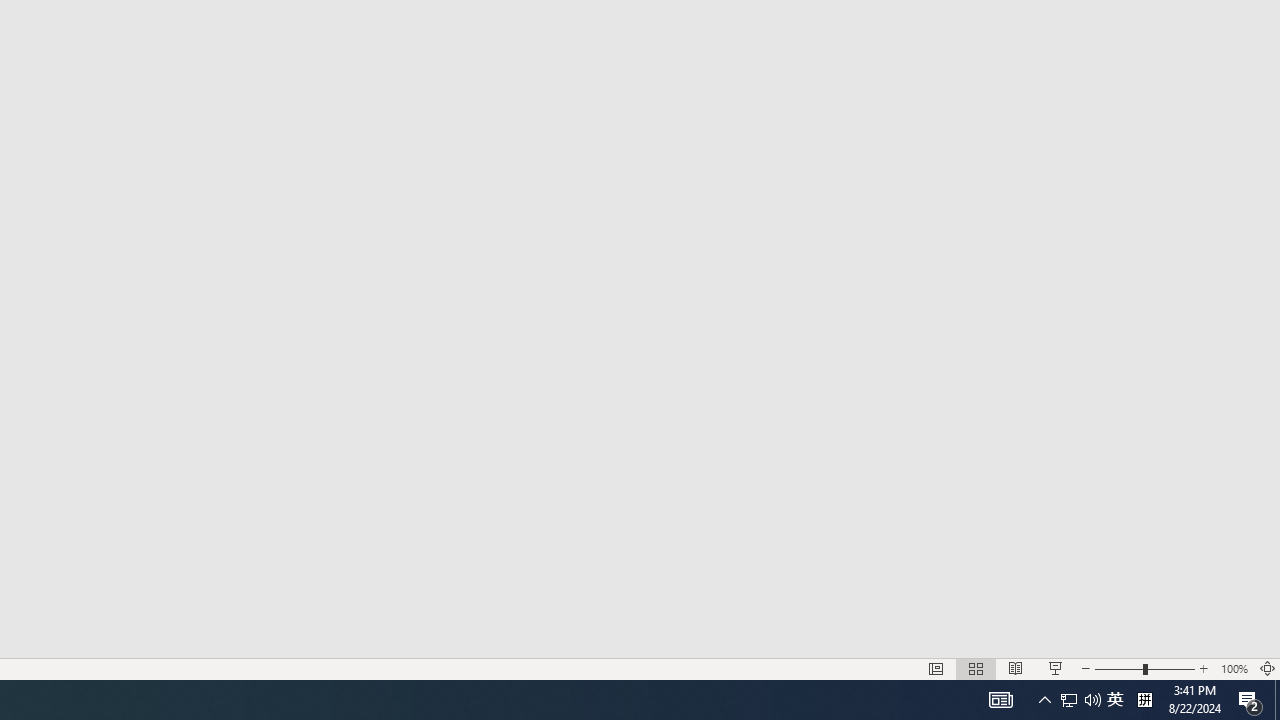  What do you see at coordinates (1144, 669) in the screenshot?
I see `'Zoom'` at bounding box center [1144, 669].